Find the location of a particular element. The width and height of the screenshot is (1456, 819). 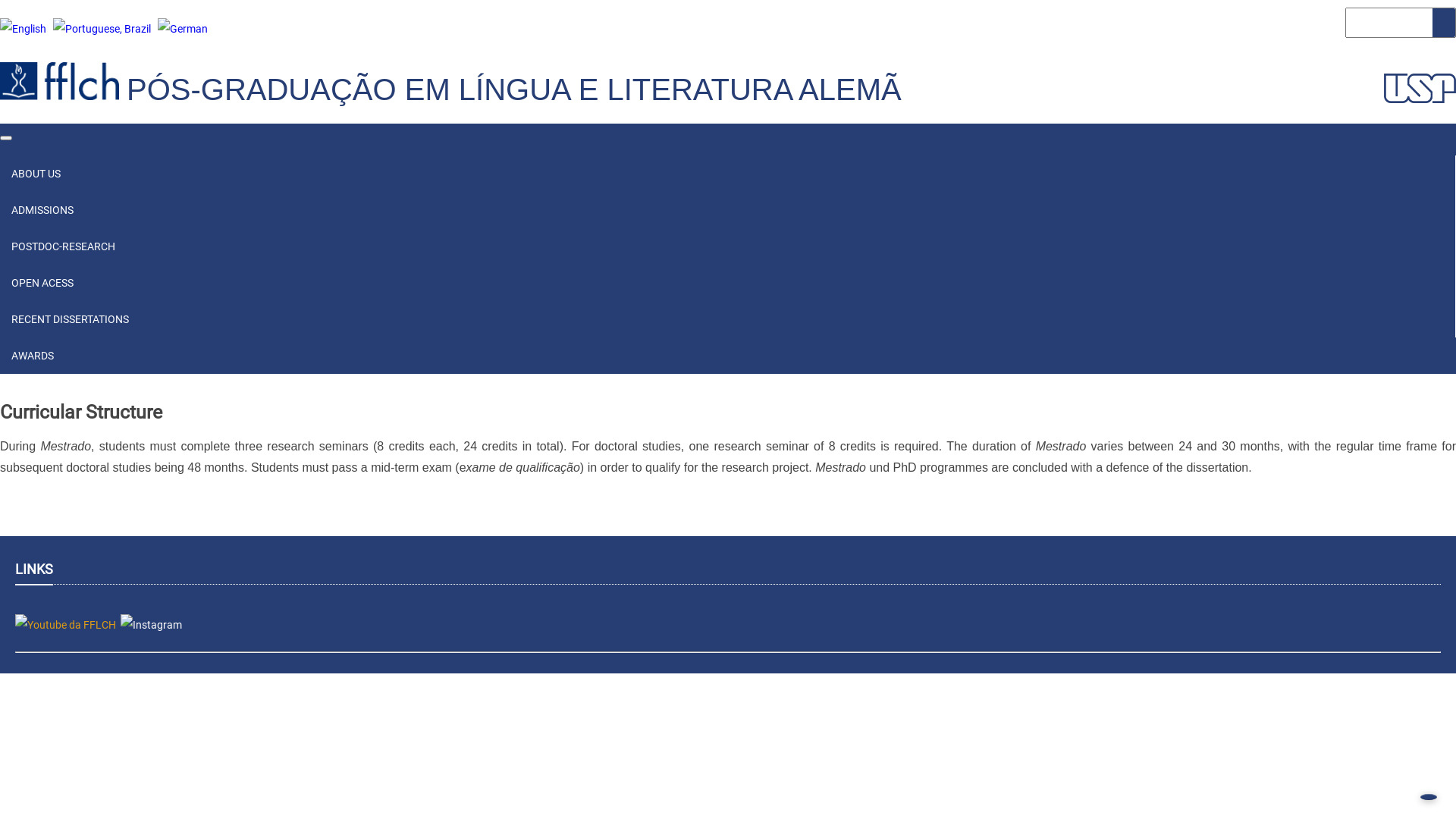

'ABOUT US' is located at coordinates (36, 172).